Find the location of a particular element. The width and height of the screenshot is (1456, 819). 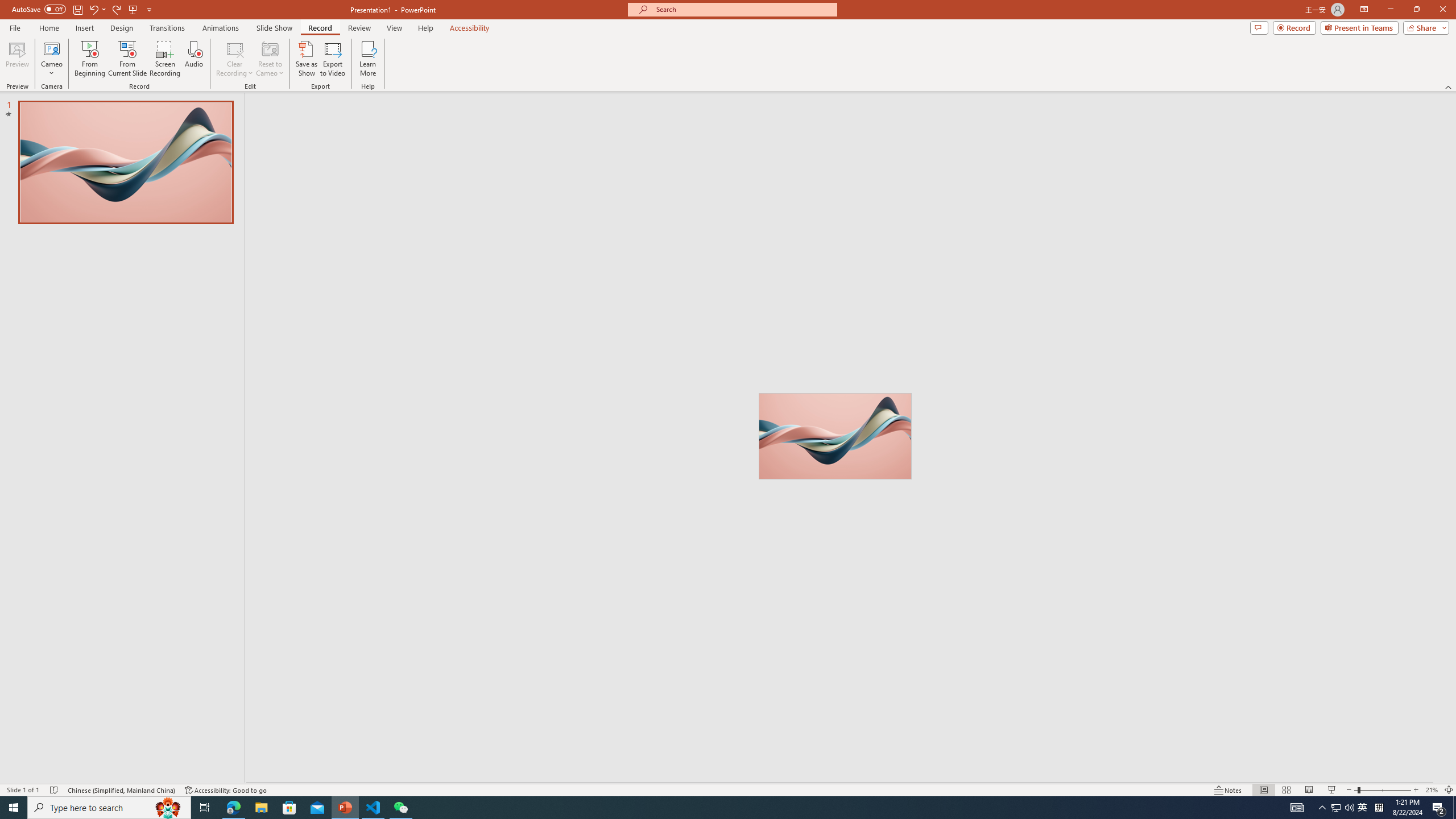

'From Current Slide...' is located at coordinates (127, 59).